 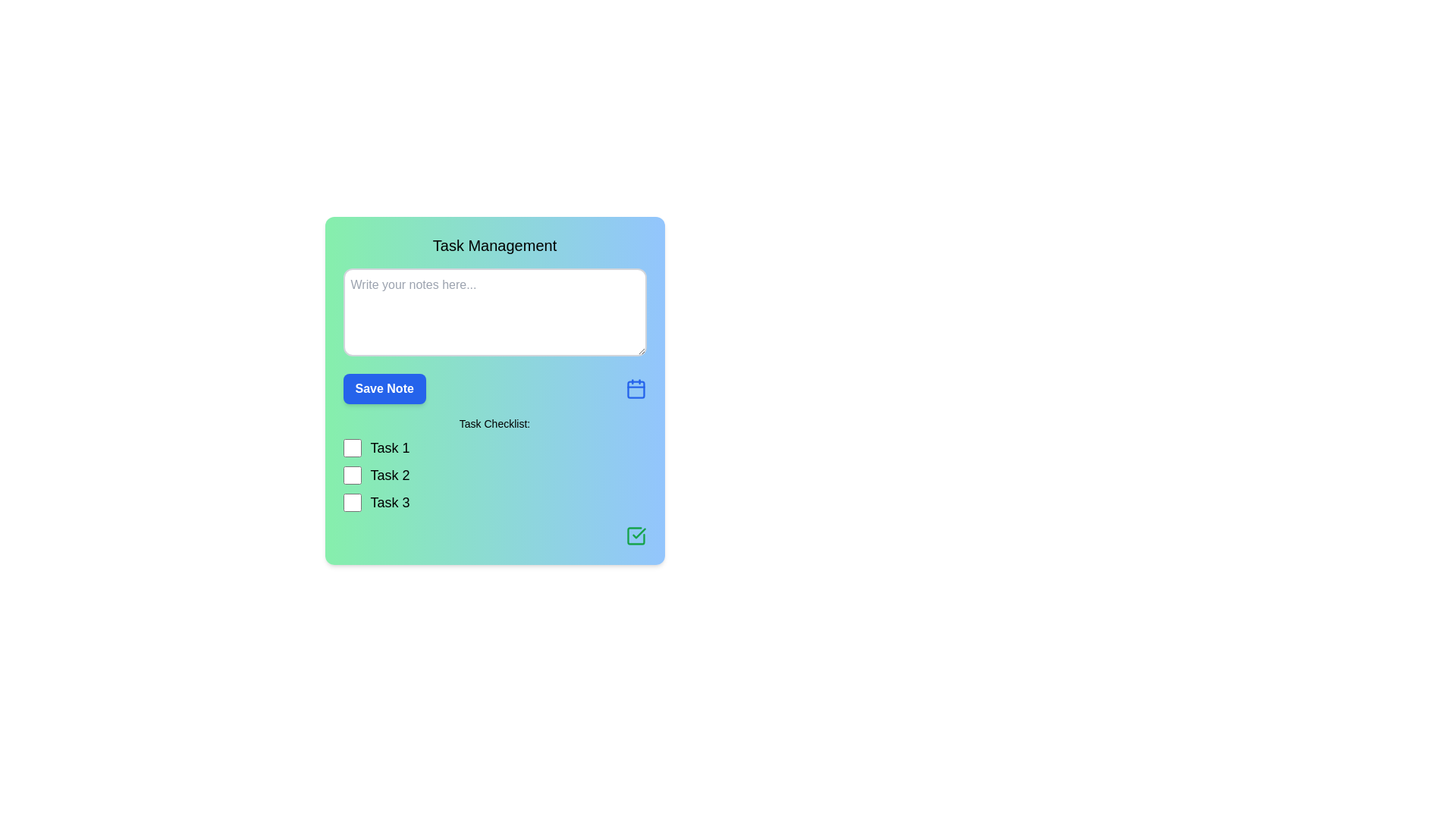 I want to click on the checkbox in the 'Task Checklist:' section, so click(x=494, y=475).